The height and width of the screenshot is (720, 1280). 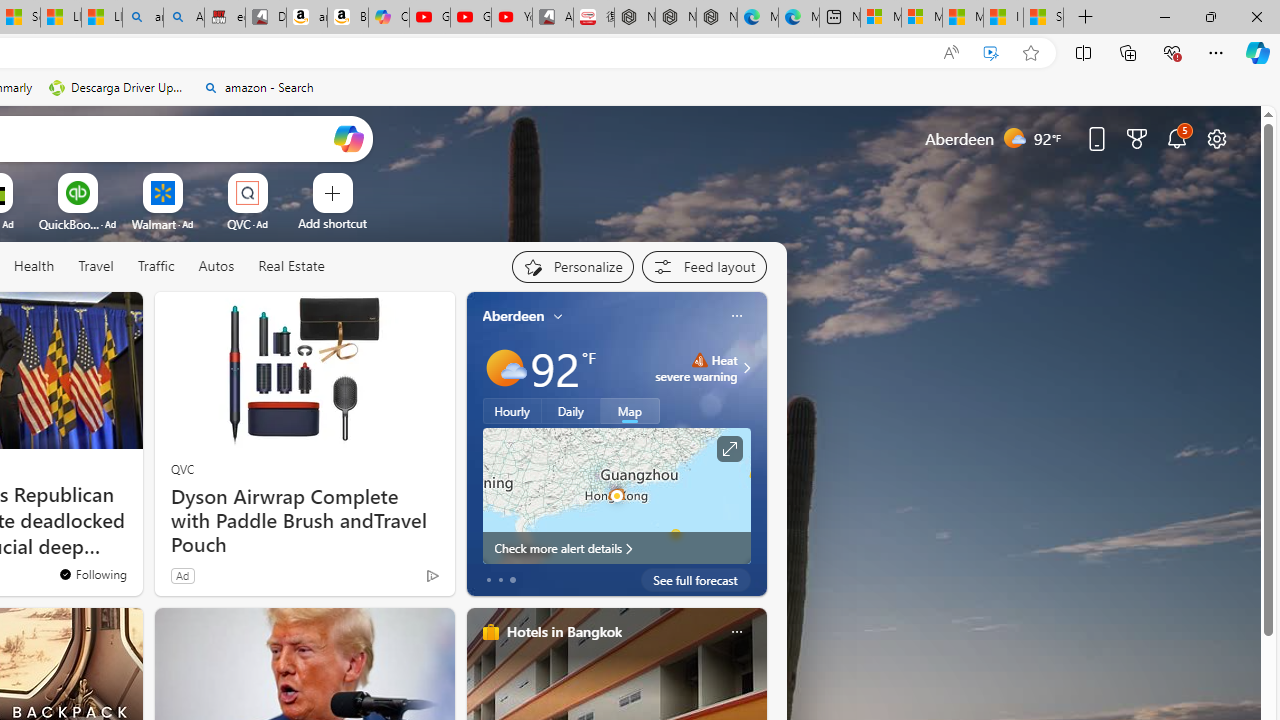 I want to click on 'Copilot (Ctrl+Shift+.)', so click(x=1257, y=51).